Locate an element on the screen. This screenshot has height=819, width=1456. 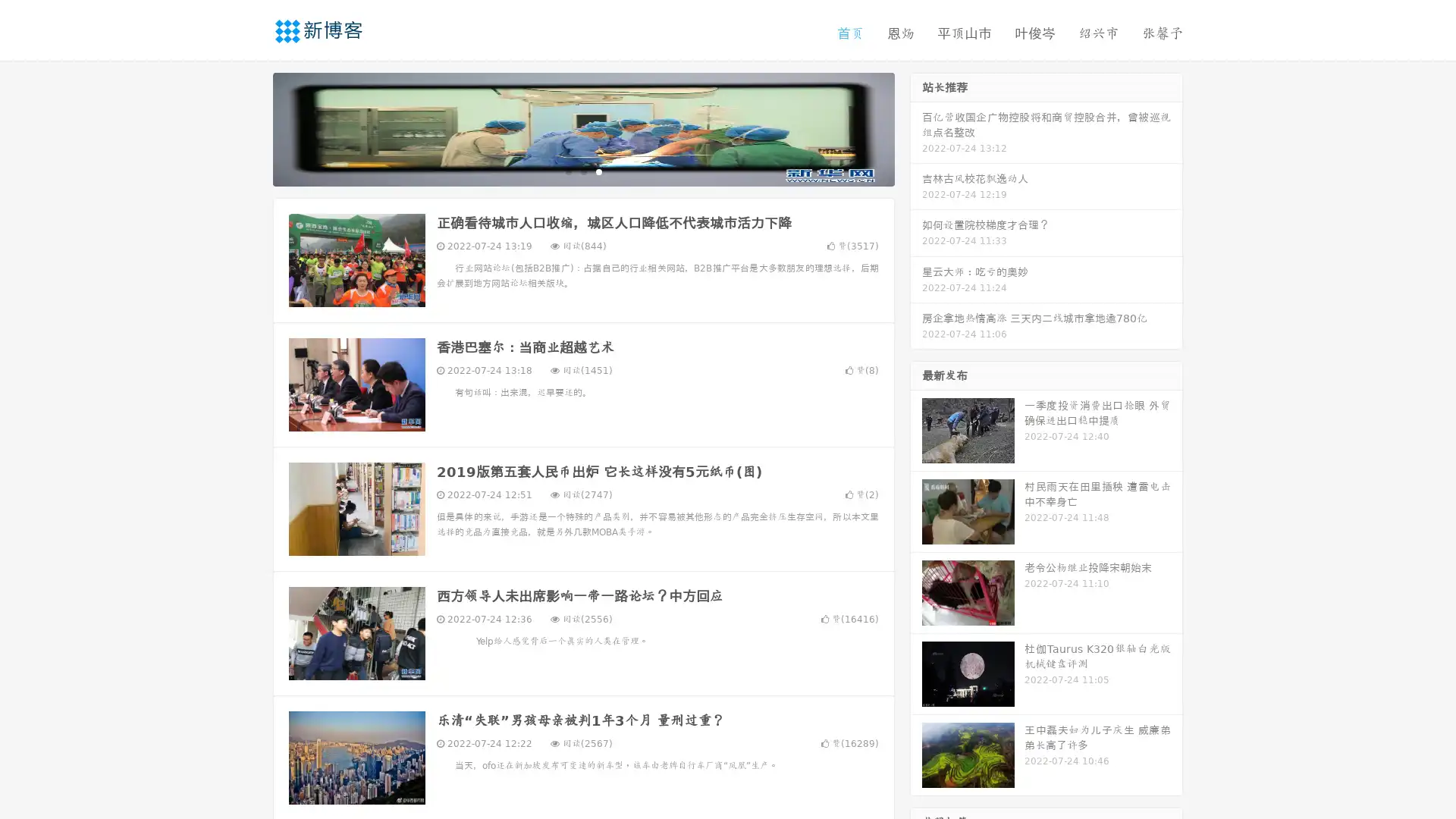
Go to slide 2 is located at coordinates (582, 171).